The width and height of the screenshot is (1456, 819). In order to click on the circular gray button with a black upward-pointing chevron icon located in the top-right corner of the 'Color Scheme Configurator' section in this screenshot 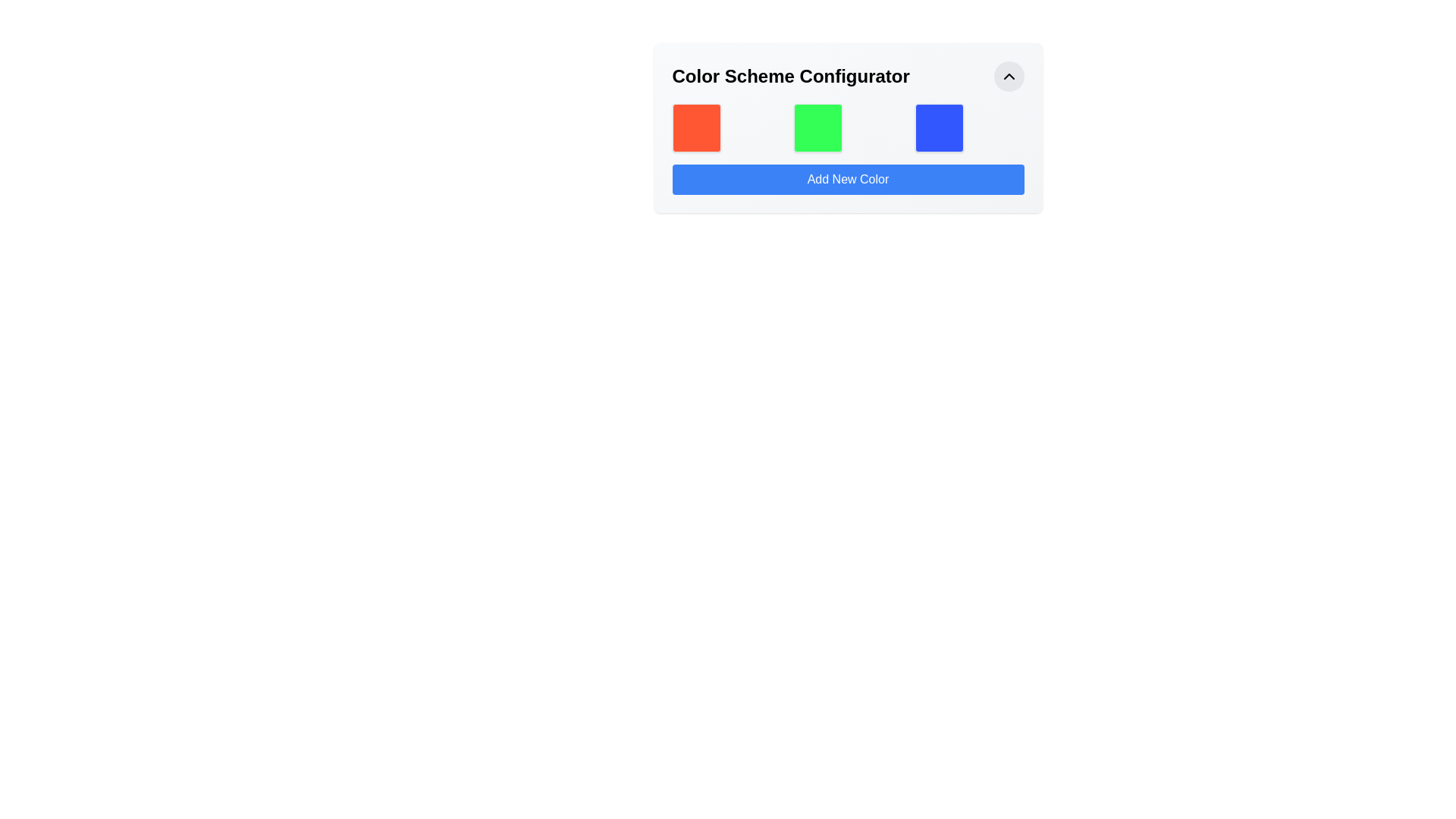, I will do `click(1009, 76)`.